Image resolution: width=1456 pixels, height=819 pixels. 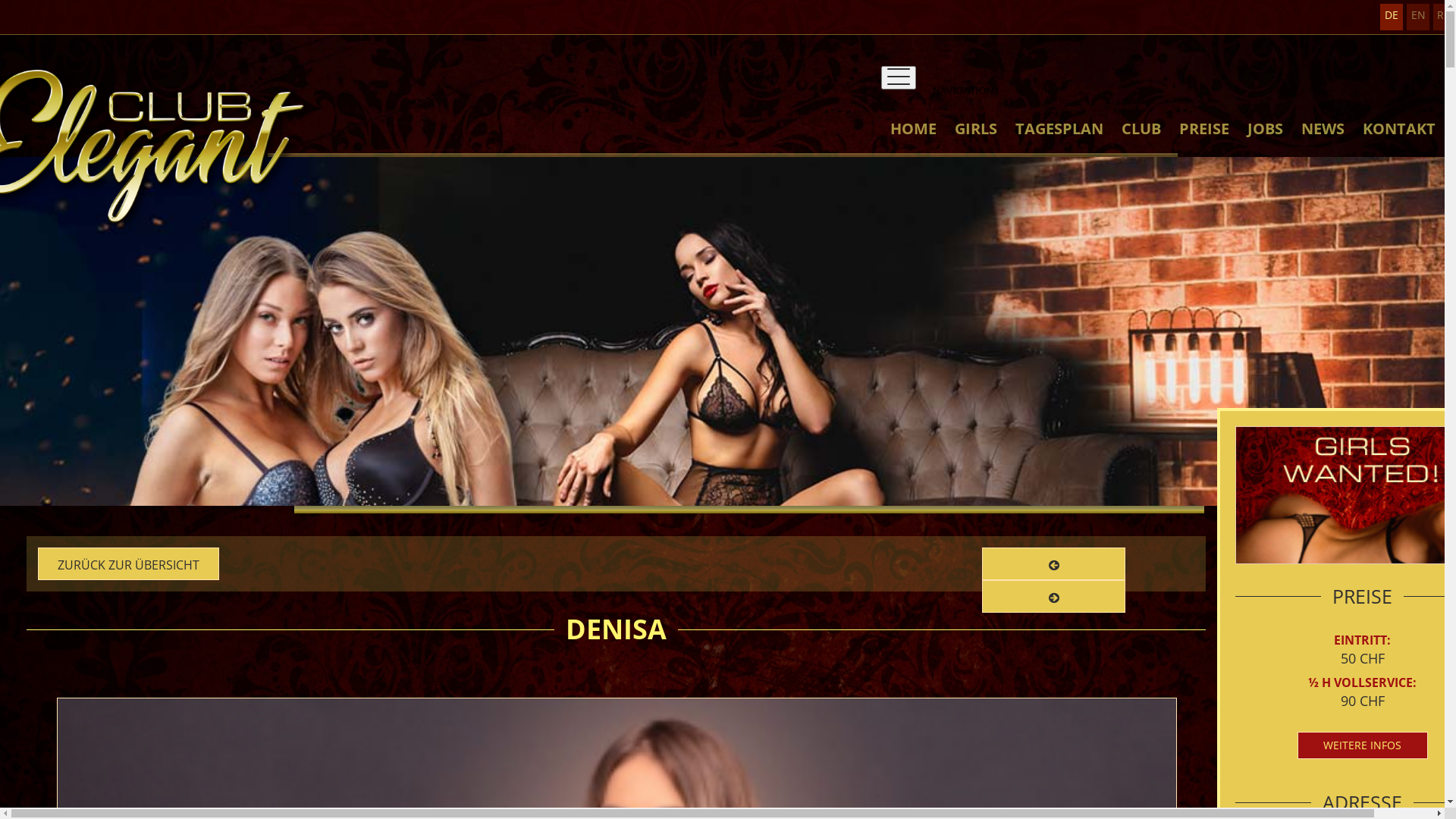 What do you see at coordinates (1391, 17) in the screenshot?
I see `'DE'` at bounding box center [1391, 17].